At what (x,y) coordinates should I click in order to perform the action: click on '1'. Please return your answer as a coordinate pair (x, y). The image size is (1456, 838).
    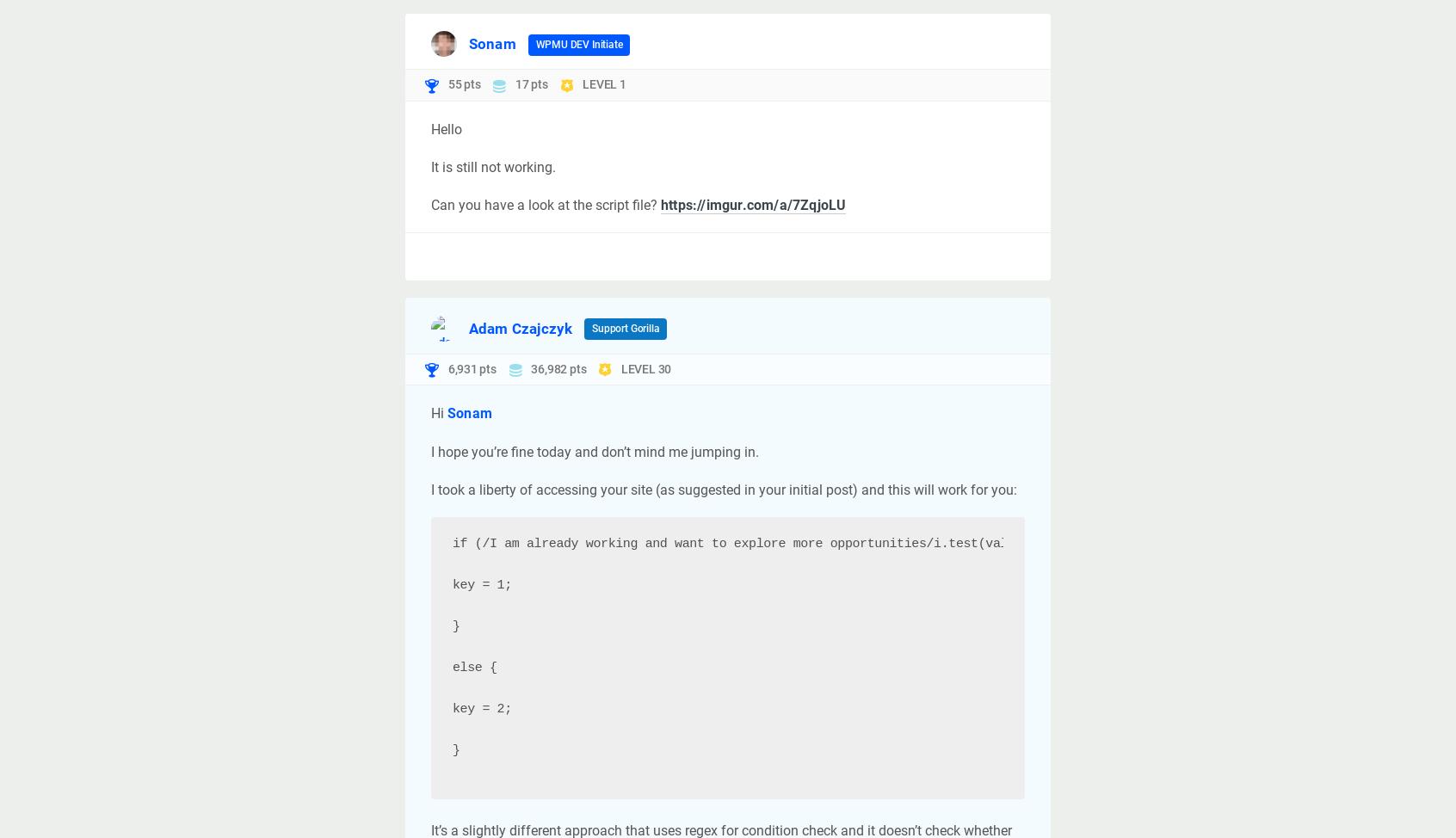
    Looking at the image, I should click on (618, 83).